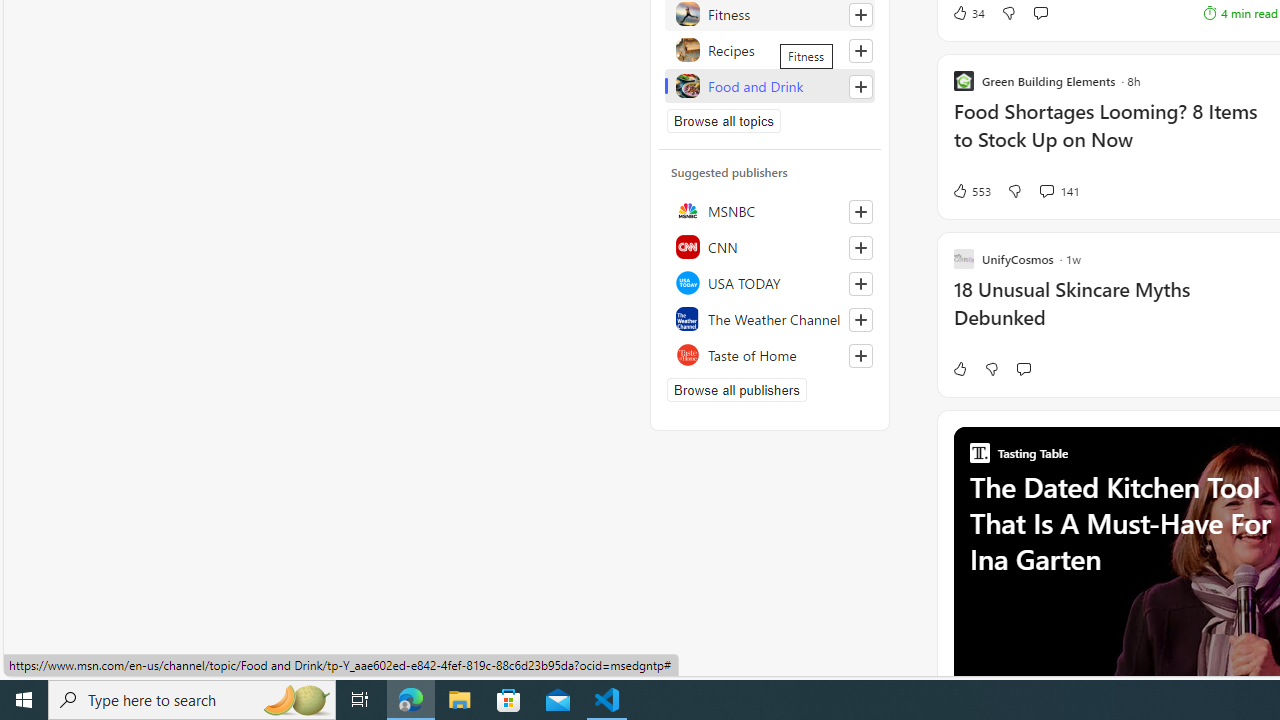 The image size is (1280, 720). Describe the element at coordinates (860, 86) in the screenshot. I see `'Follow this topic'` at that location.